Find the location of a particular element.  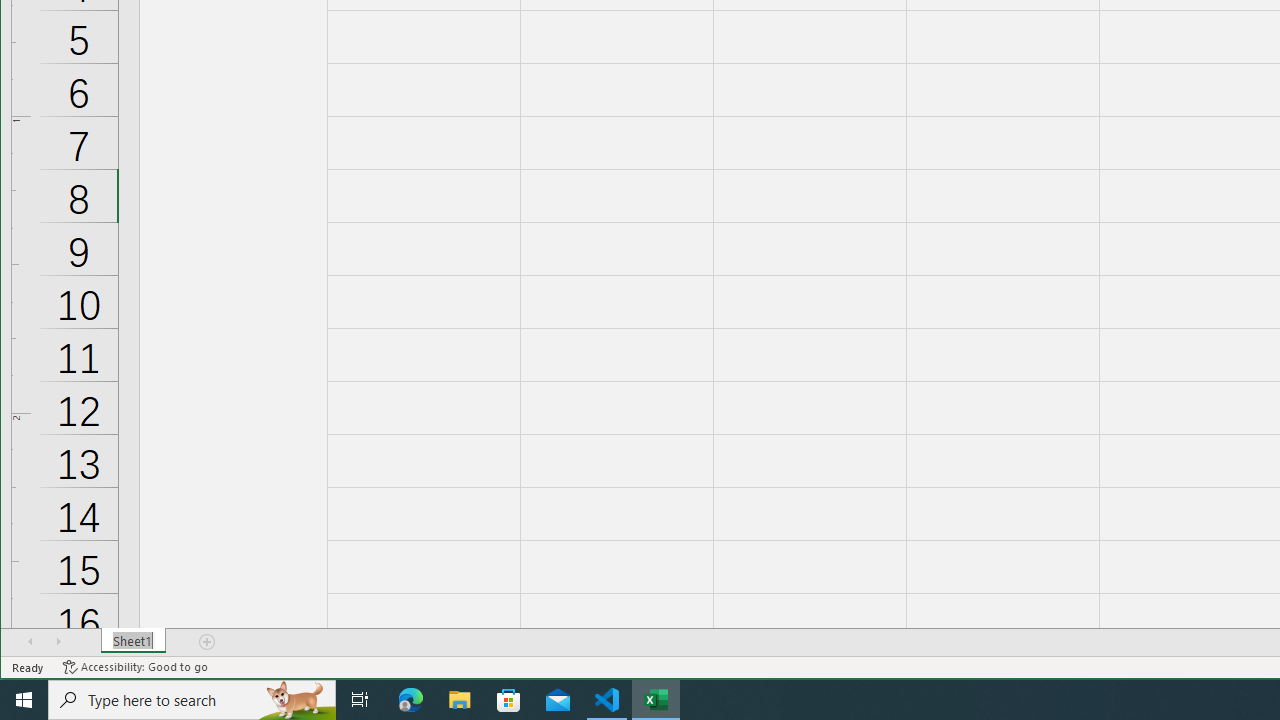

'Search highlights icon opens search home window' is located at coordinates (294, 698).